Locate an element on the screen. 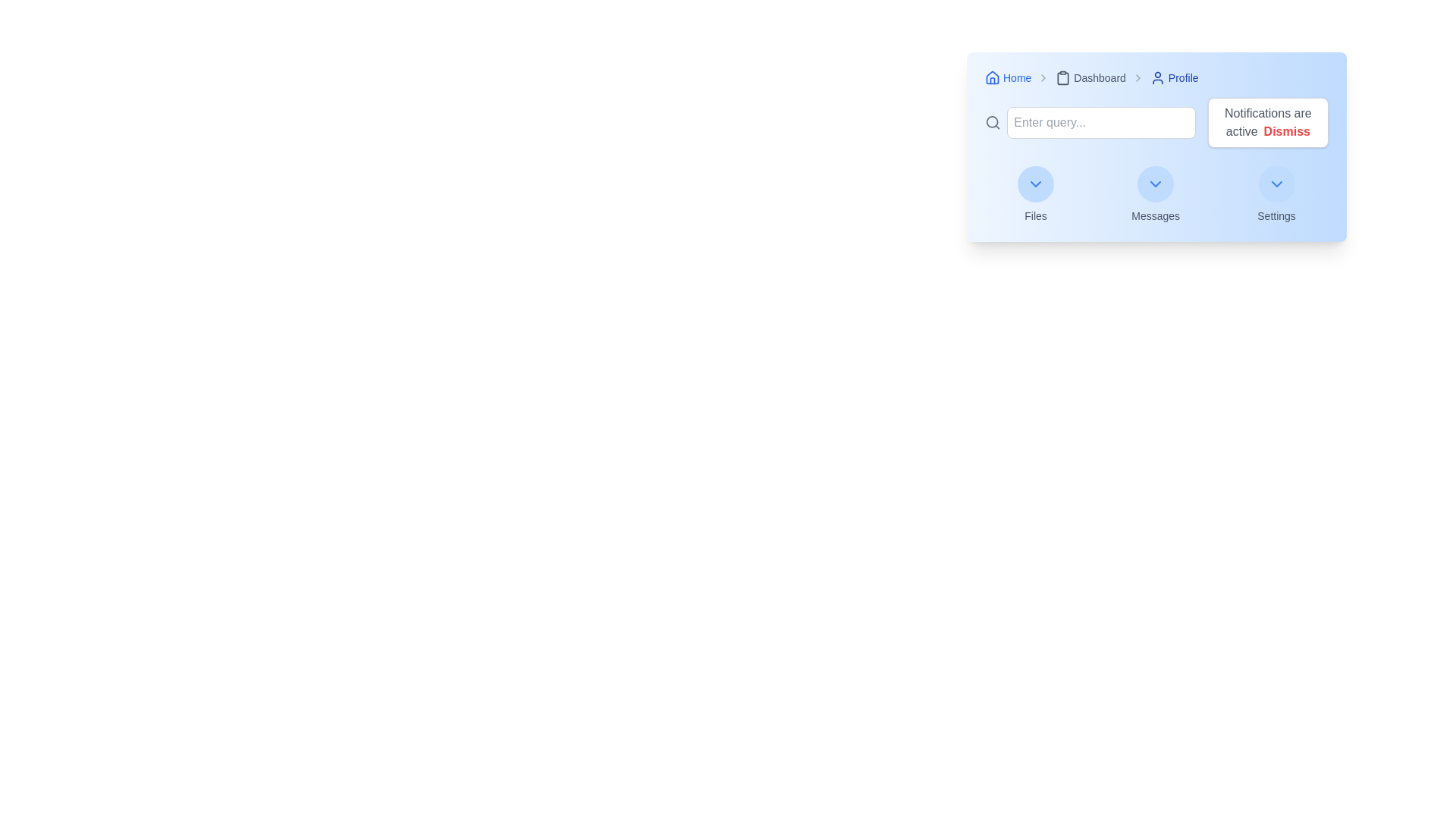 The image size is (1456, 819). the chevron icon located in the bottom-right corner of the card interface is located at coordinates (1276, 184).